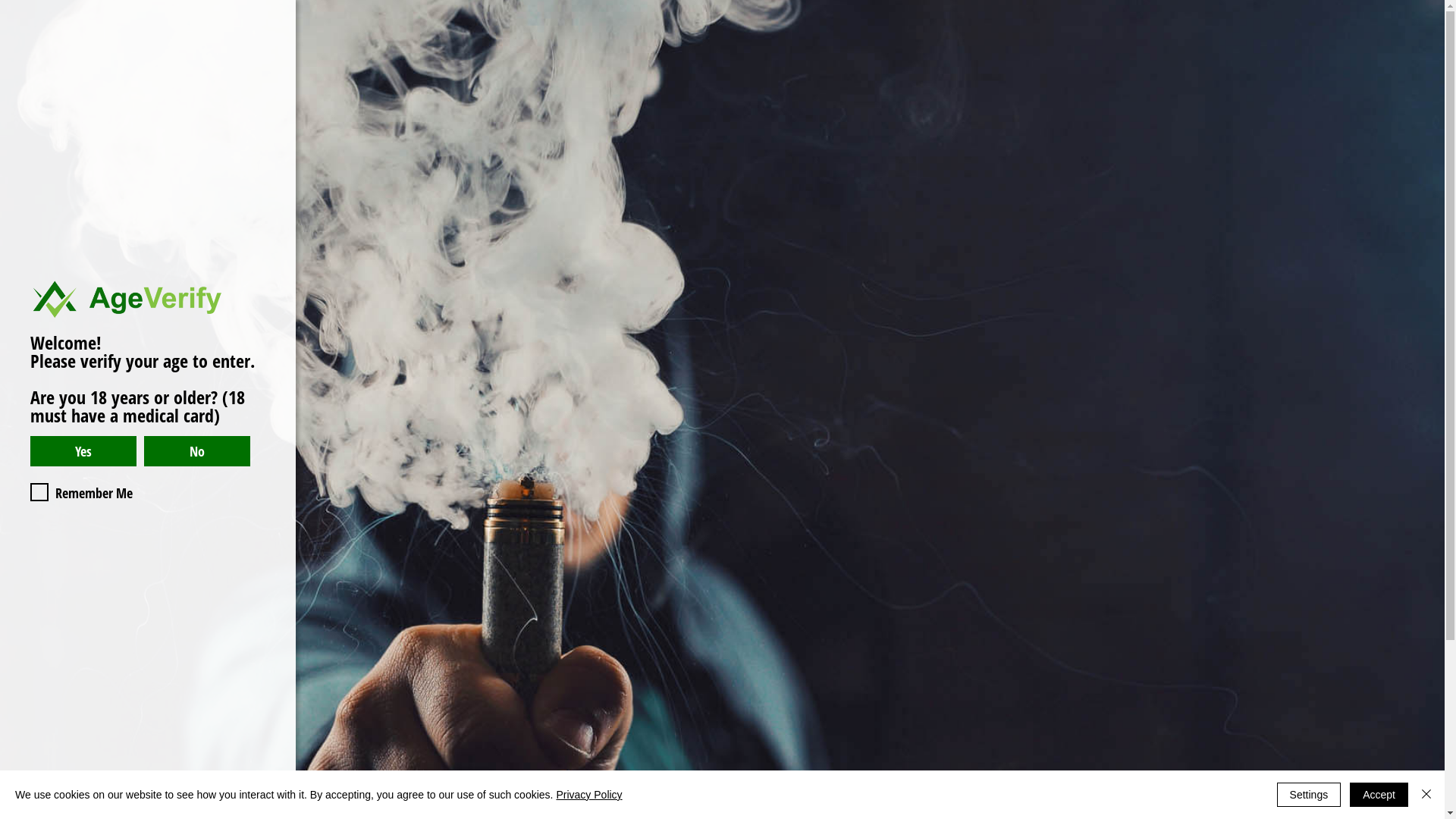  Describe the element at coordinates (196, 450) in the screenshot. I see `'No'` at that location.